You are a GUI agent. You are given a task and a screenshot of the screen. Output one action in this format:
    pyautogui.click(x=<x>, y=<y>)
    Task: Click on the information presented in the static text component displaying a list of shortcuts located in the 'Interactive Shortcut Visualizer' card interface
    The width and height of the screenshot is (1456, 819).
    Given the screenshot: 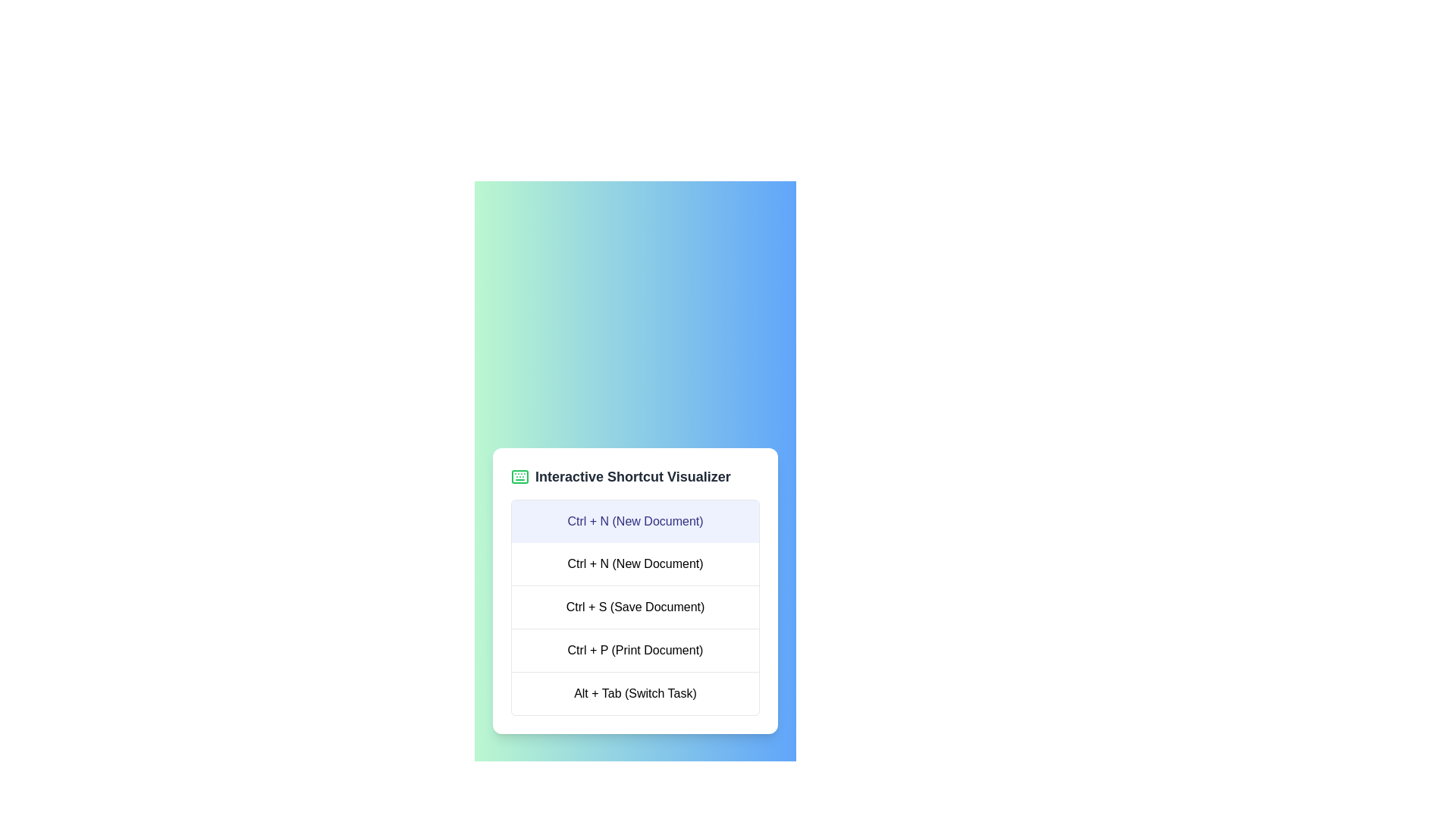 What is the action you would take?
    pyautogui.click(x=635, y=607)
    